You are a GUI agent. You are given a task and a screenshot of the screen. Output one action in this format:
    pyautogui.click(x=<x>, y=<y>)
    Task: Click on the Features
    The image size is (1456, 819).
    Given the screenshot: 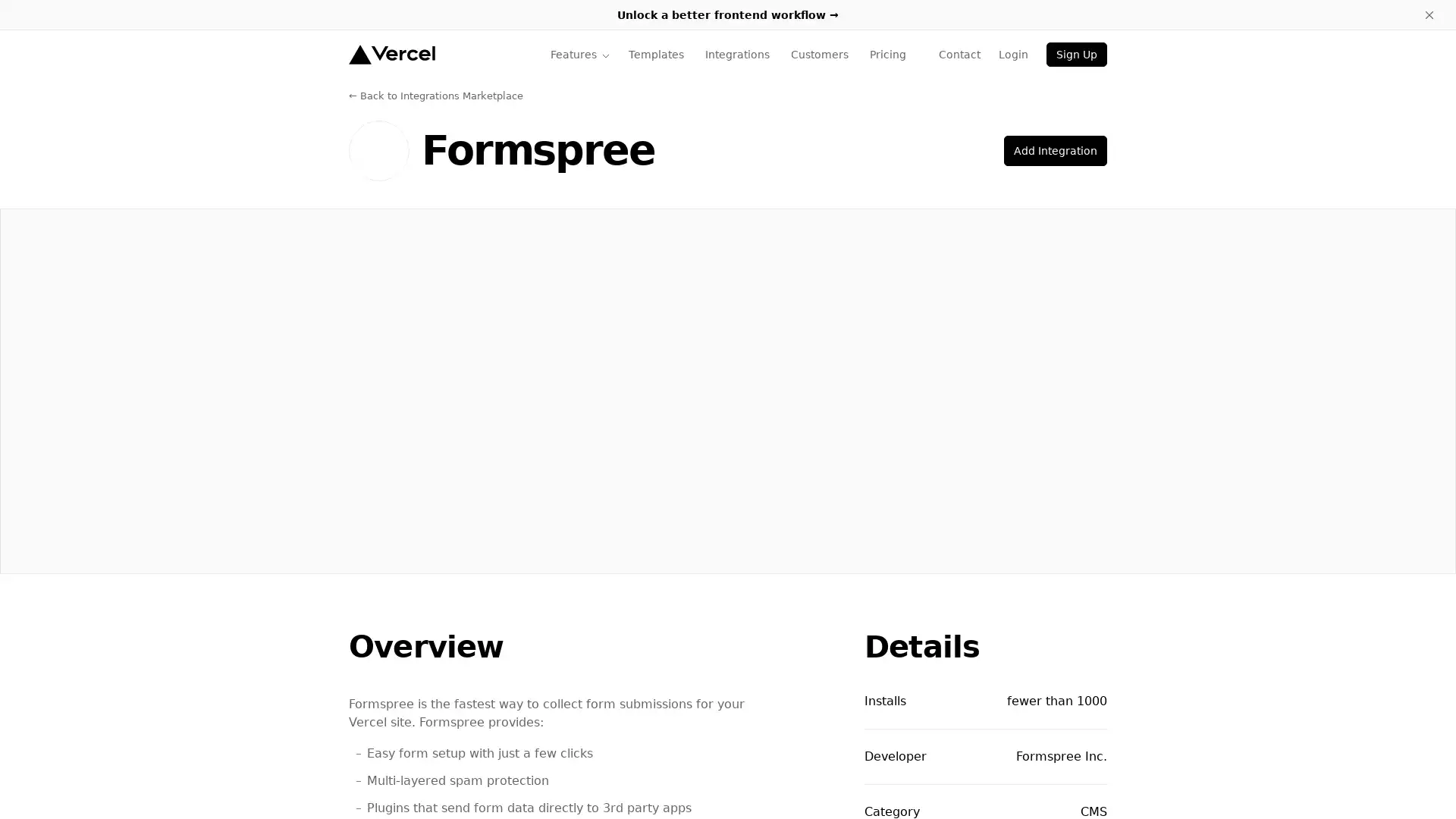 What is the action you would take?
    pyautogui.click(x=579, y=54)
    